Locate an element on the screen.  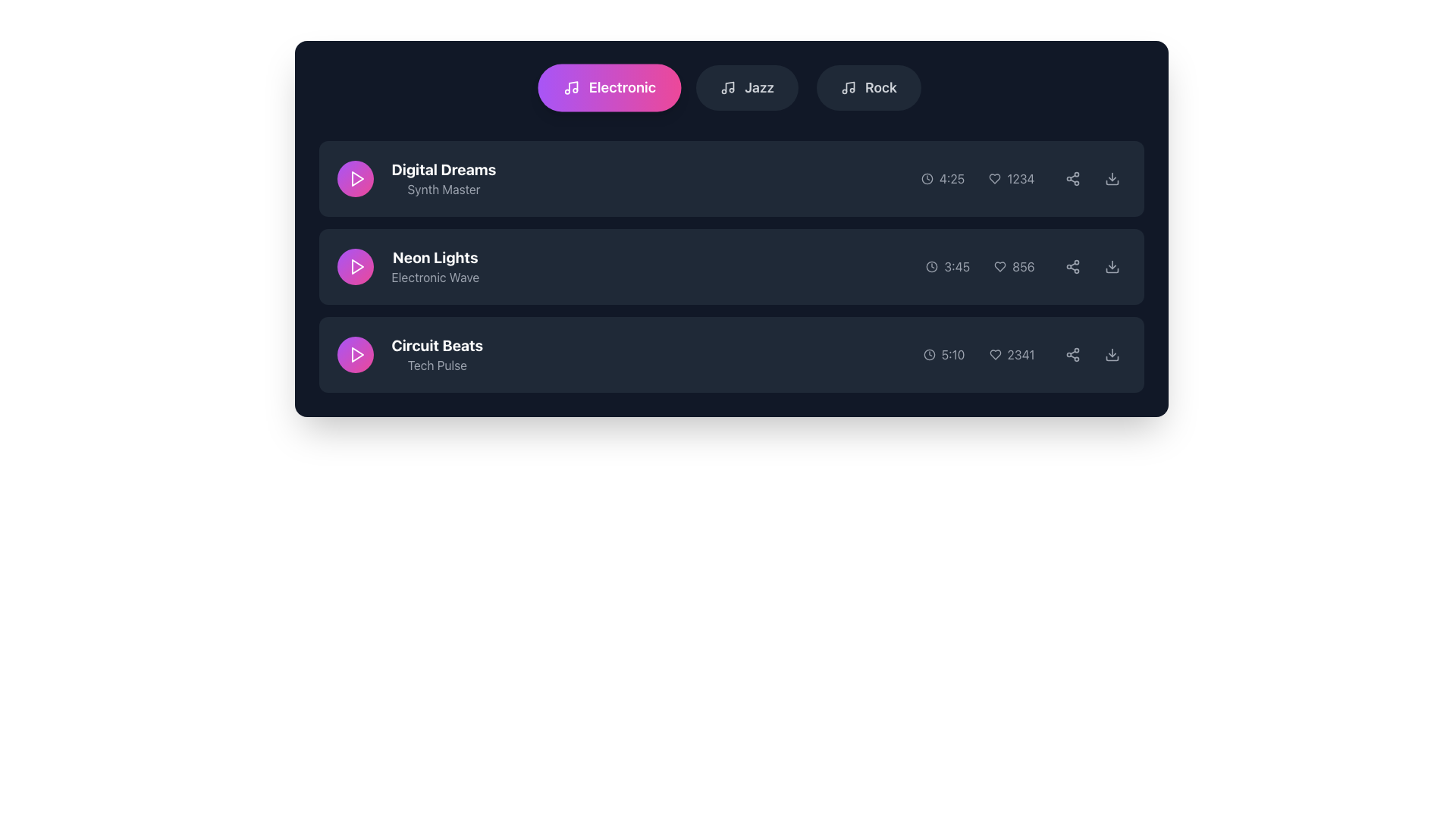
displayed title and subtitle of the music track located in the second row of the vertically-stacked list, centered horizontally and to the right of the circular play button is located at coordinates (435, 265).